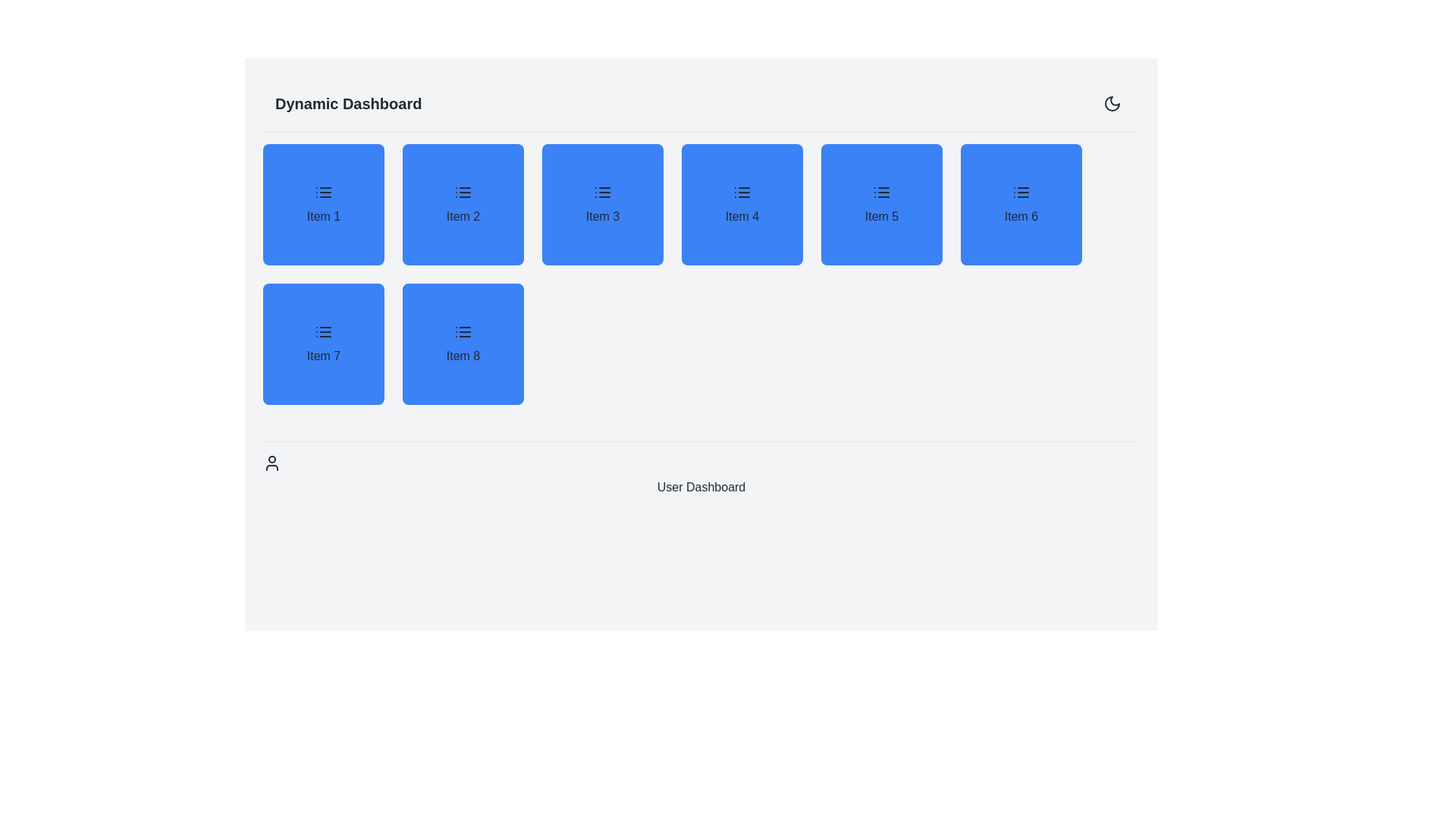 The image size is (1456, 819). I want to click on text from the bold label displaying 'Dynamic Dashboard', which is prominently positioned at the top-left corner of the header section, so click(347, 103).